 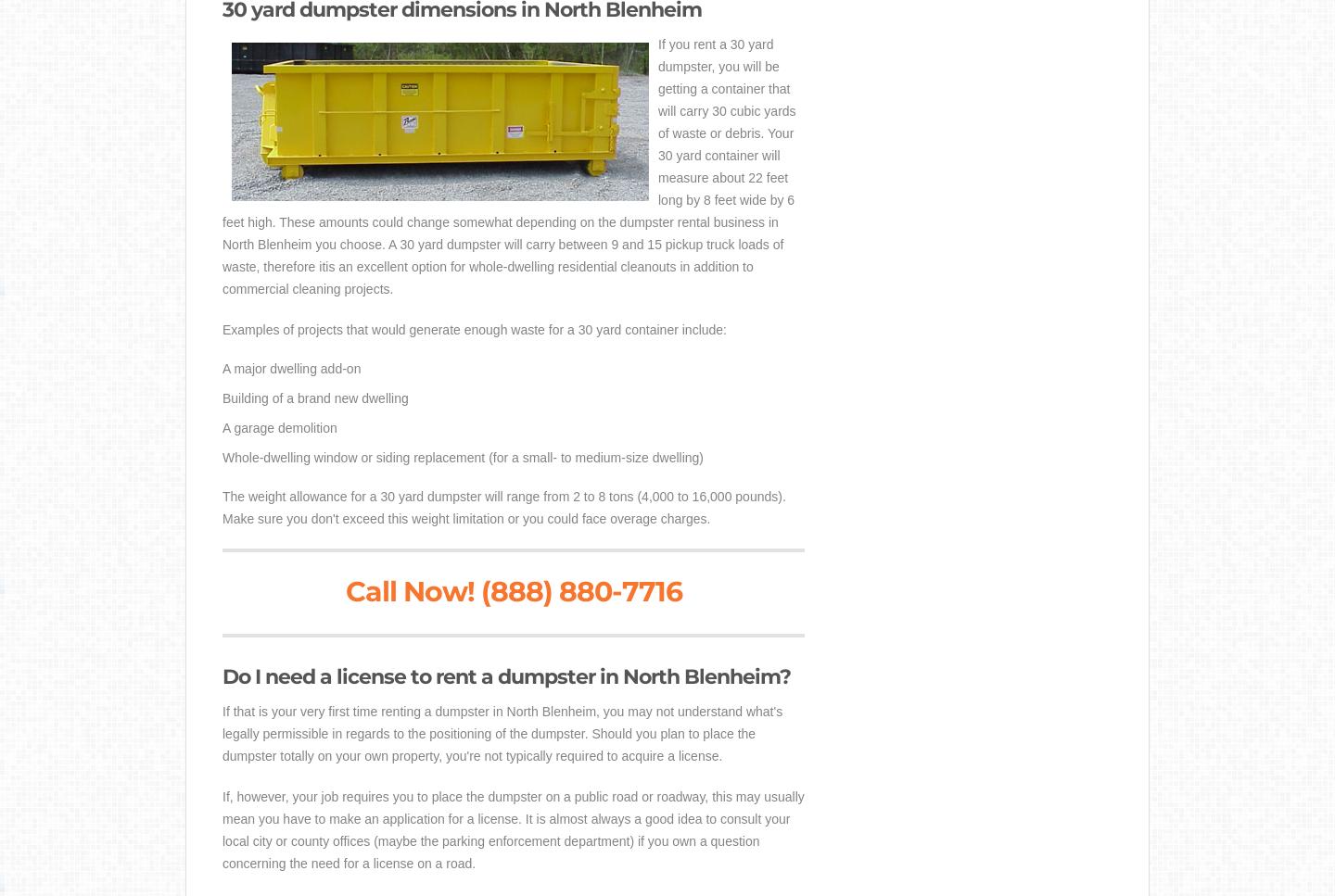 I want to click on 'Building of a brand new dwelling', so click(x=314, y=398).